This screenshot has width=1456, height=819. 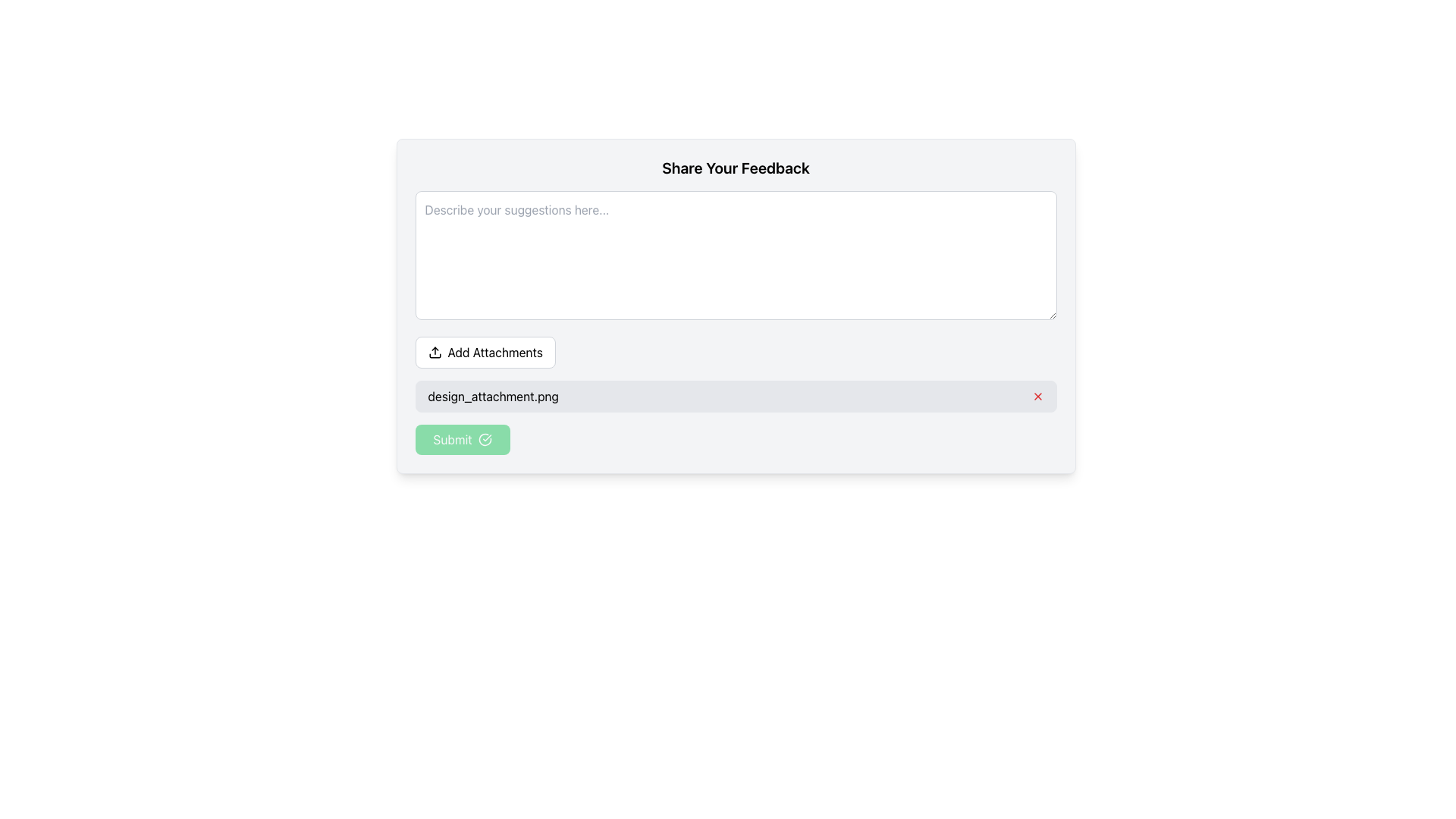 What do you see at coordinates (736, 254) in the screenshot?
I see `the placeholder text or any entered text in the Multiline Text Input located in the 'Share Your Feedback' section, positioned below the header and above the 'Add Attachments' button` at bounding box center [736, 254].